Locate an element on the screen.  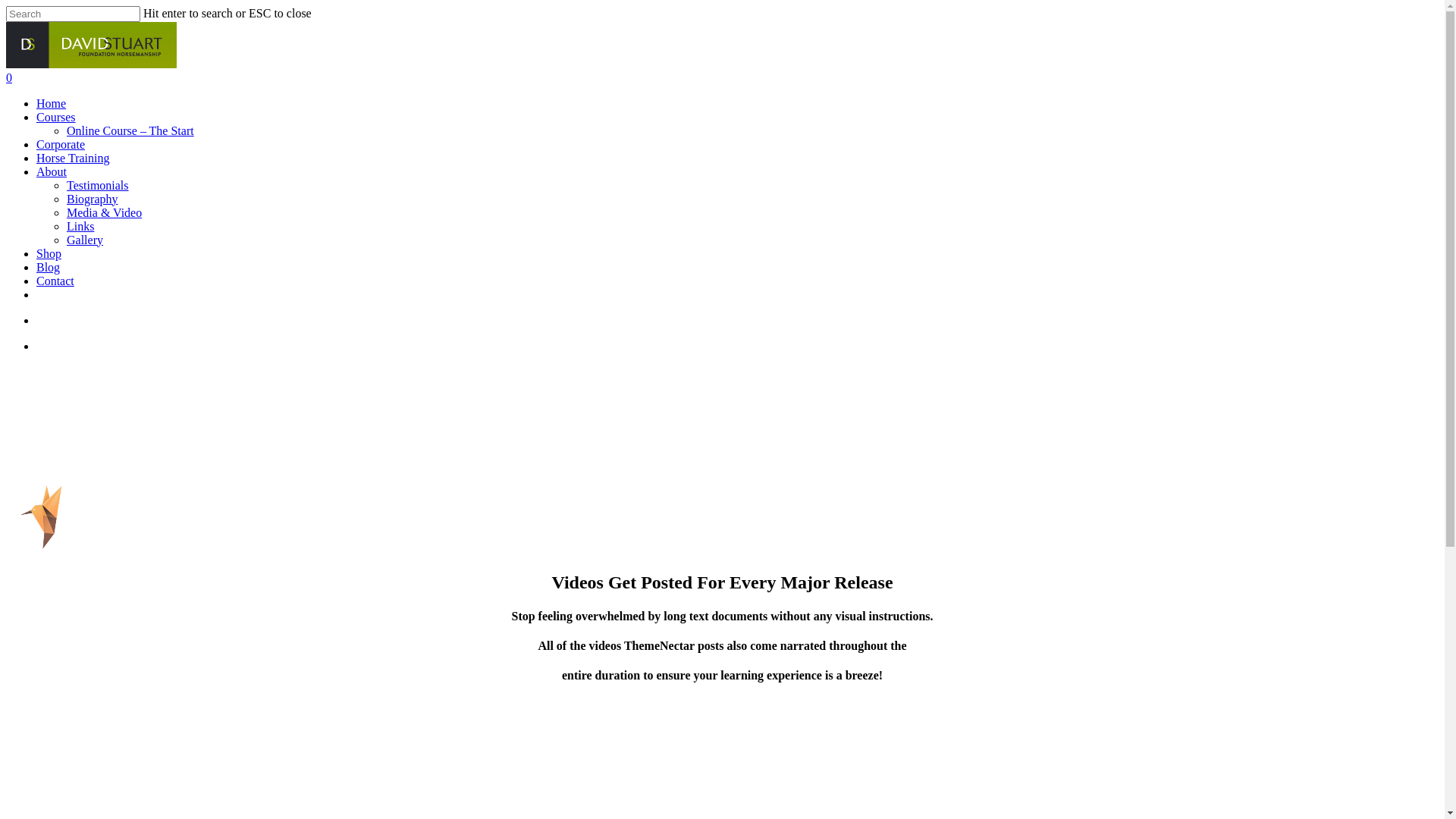
'About' is located at coordinates (36, 171).